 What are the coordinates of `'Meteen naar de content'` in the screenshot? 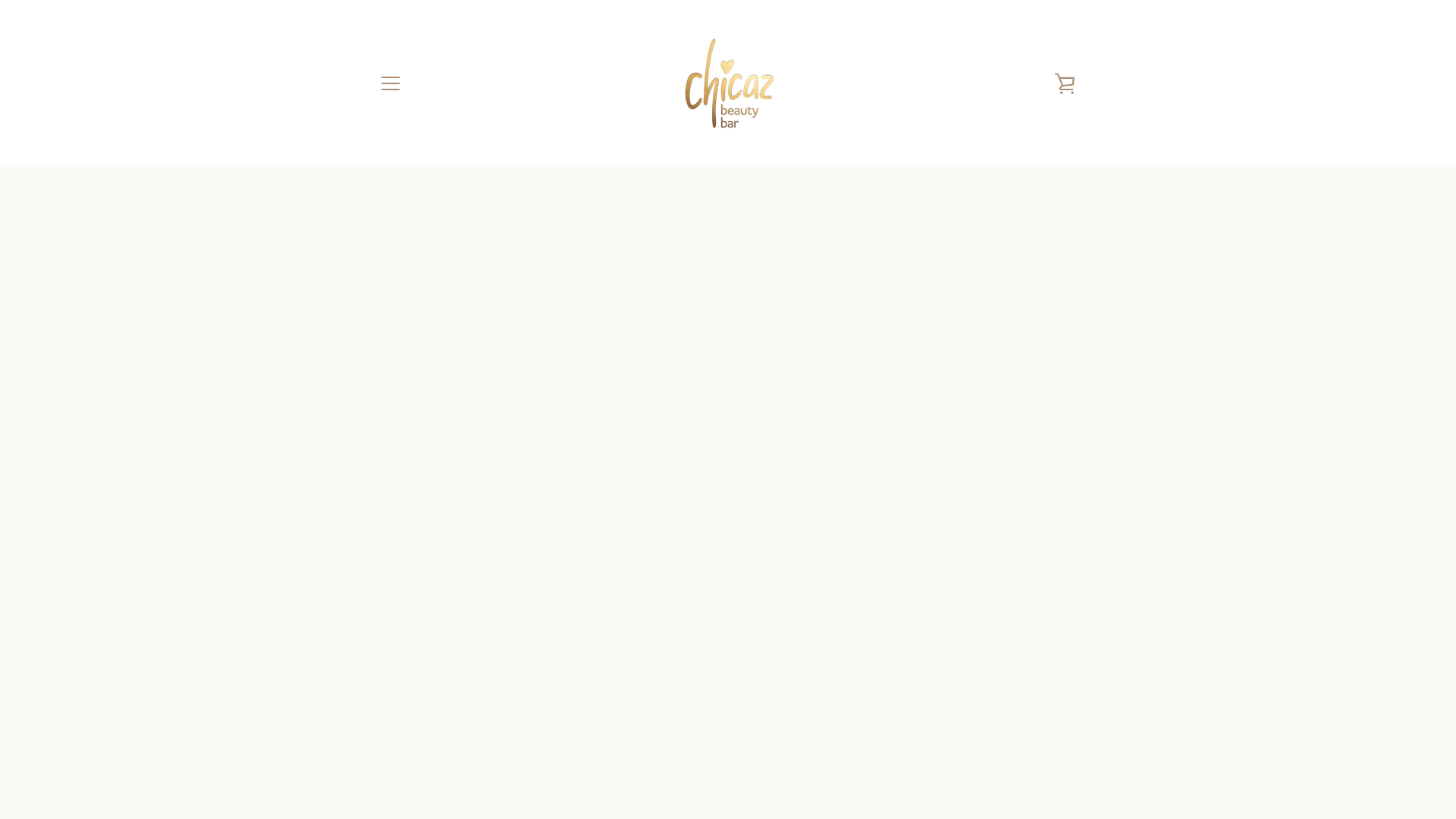 It's located at (0, 0).